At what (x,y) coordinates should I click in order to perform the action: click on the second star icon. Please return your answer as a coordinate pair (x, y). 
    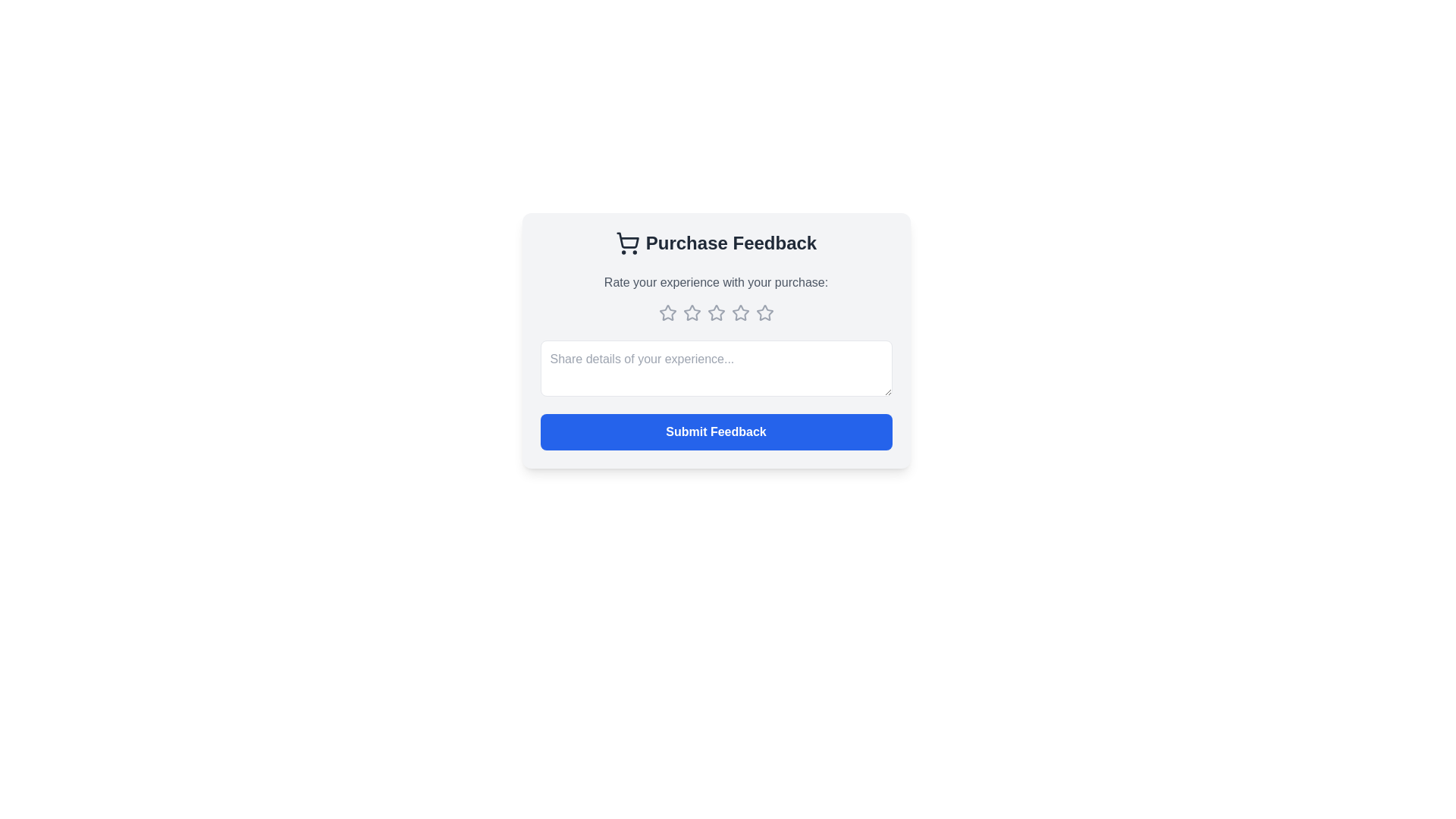
    Looking at the image, I should click on (691, 312).